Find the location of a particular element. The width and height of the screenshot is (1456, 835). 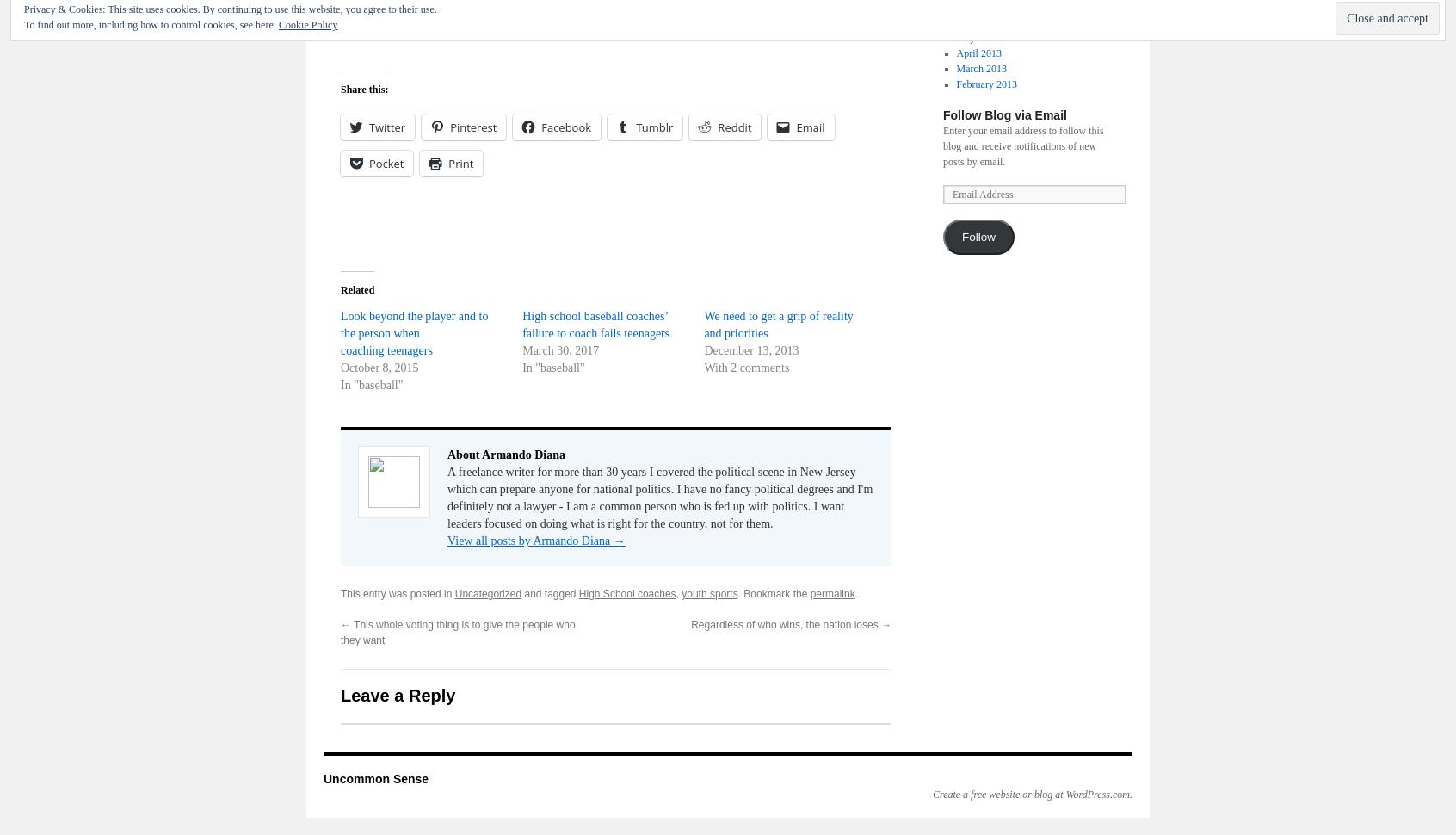

'Uncategorized' is located at coordinates (486, 593).